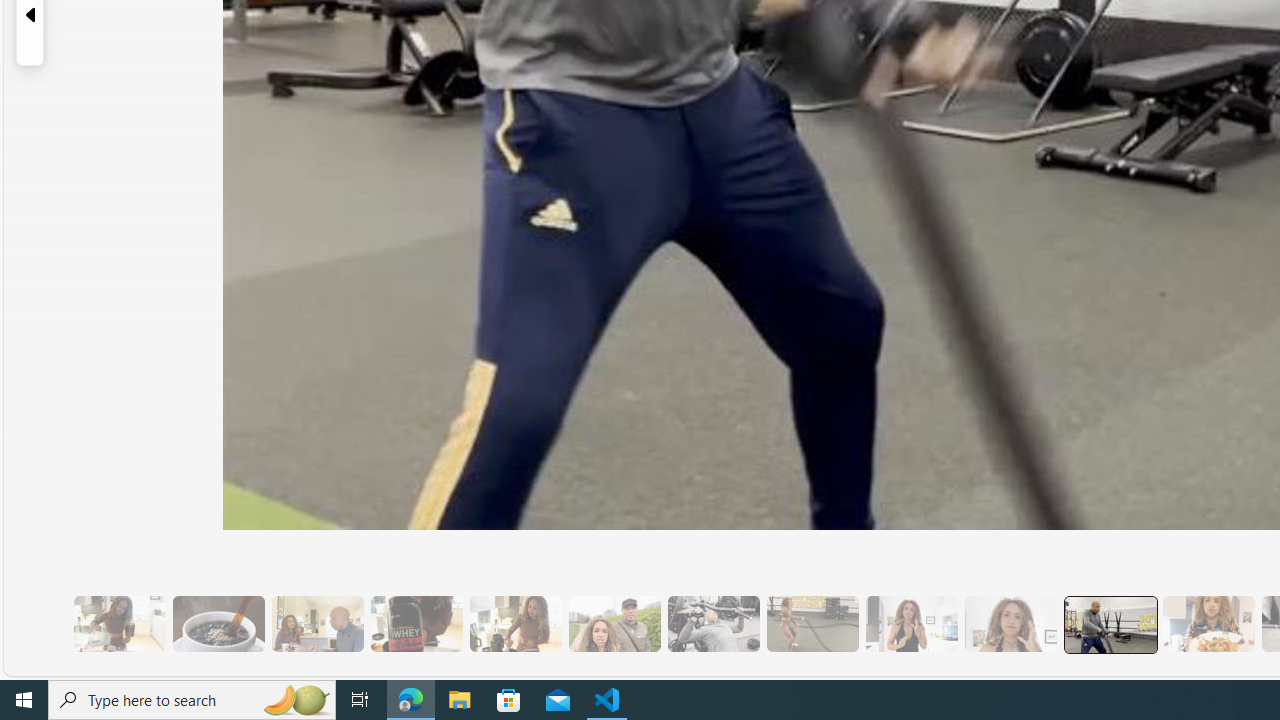  I want to click on '13 Her Husband Does Group Cardio Classs', so click(1108, 623).